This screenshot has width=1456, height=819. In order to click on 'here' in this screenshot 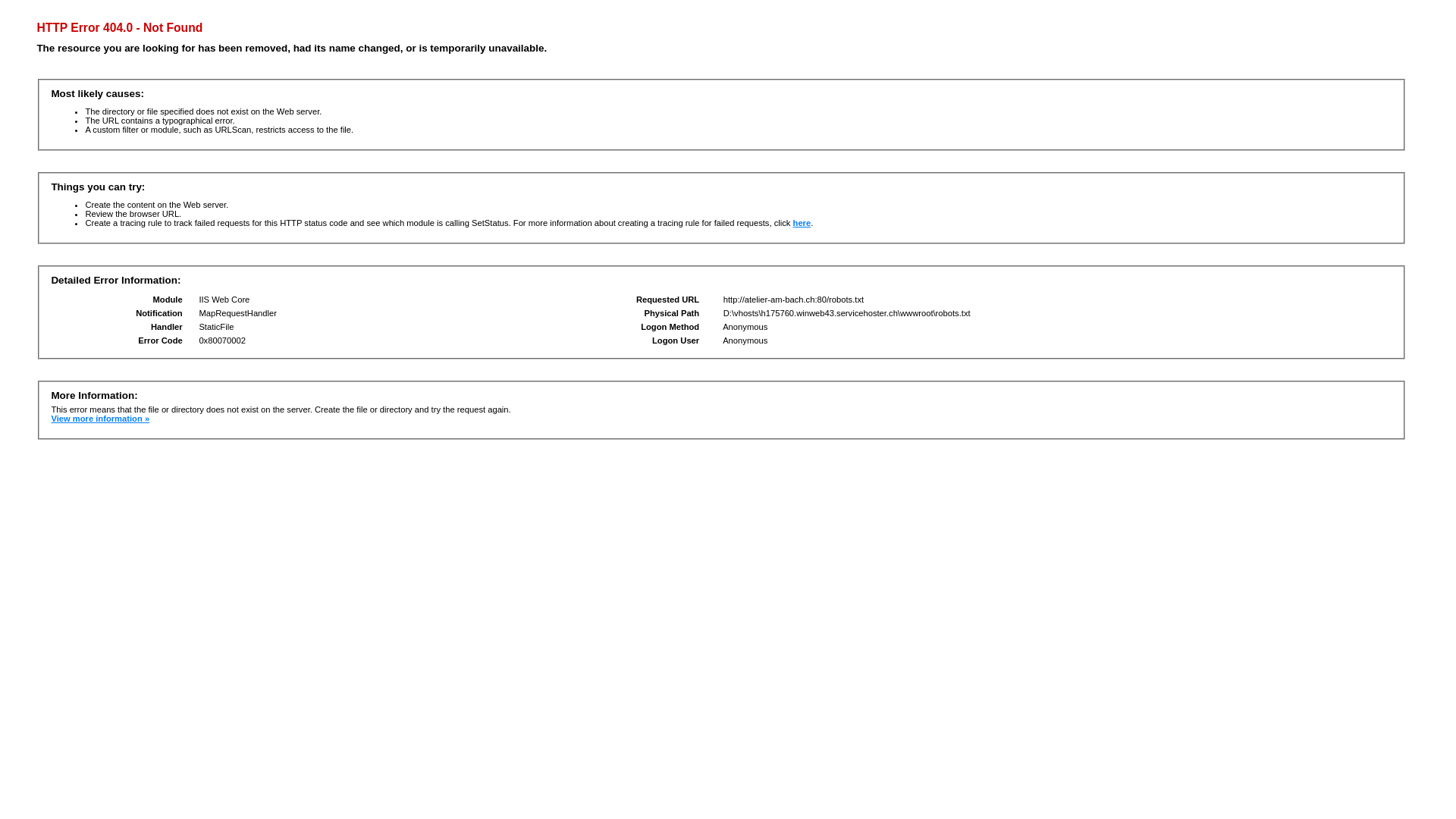, I will do `click(801, 222)`.